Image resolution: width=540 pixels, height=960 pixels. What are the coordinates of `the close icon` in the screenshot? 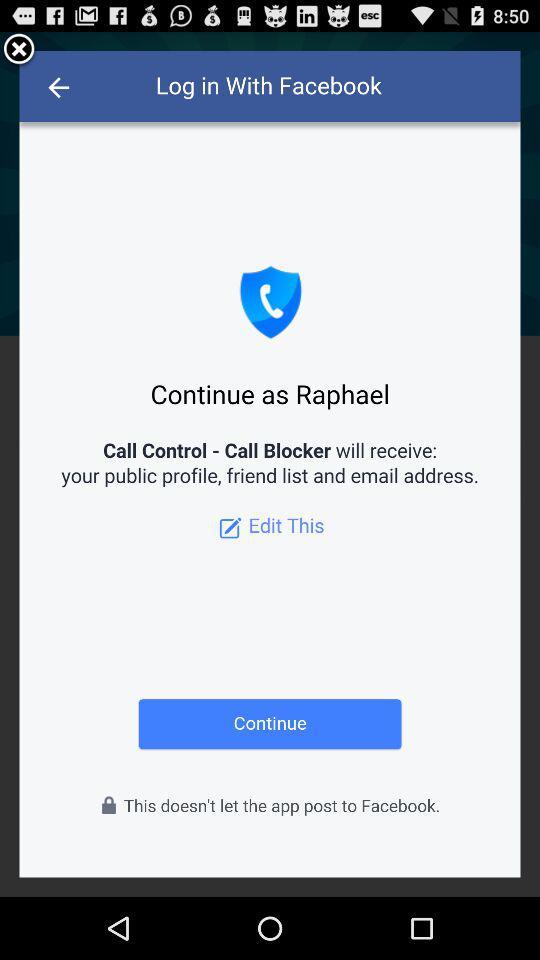 It's located at (18, 53).